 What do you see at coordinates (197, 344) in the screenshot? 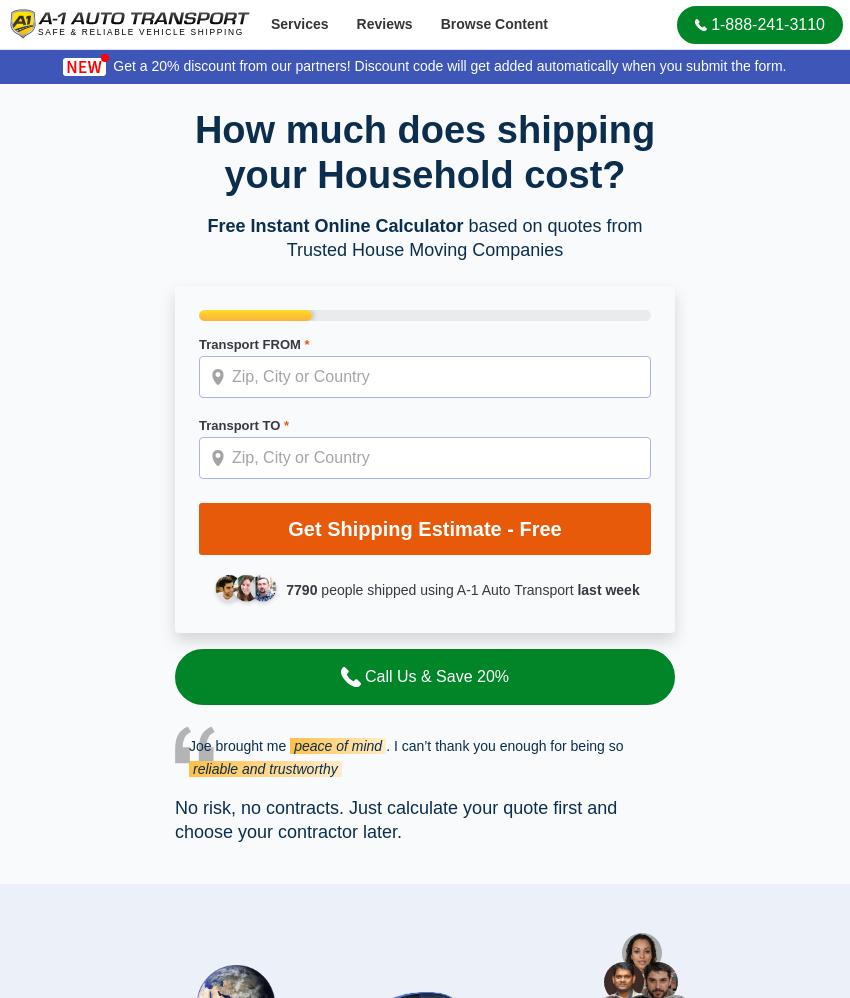
I see `'Transport FROM'` at bounding box center [197, 344].